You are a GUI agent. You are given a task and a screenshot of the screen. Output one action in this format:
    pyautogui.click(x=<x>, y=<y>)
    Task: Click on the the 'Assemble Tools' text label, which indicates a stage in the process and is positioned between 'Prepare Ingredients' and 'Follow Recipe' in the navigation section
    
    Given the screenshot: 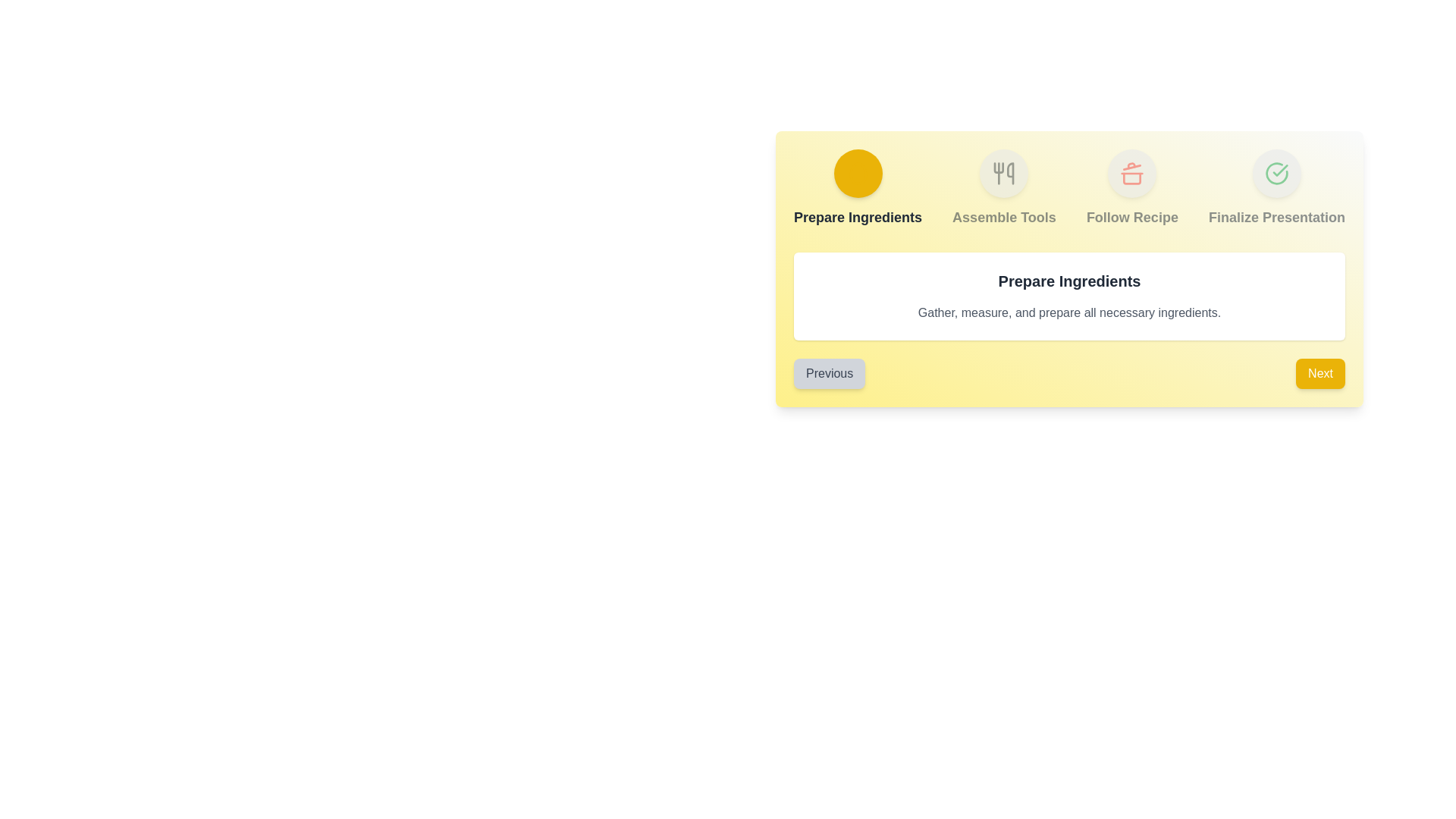 What is the action you would take?
    pyautogui.click(x=1004, y=217)
    